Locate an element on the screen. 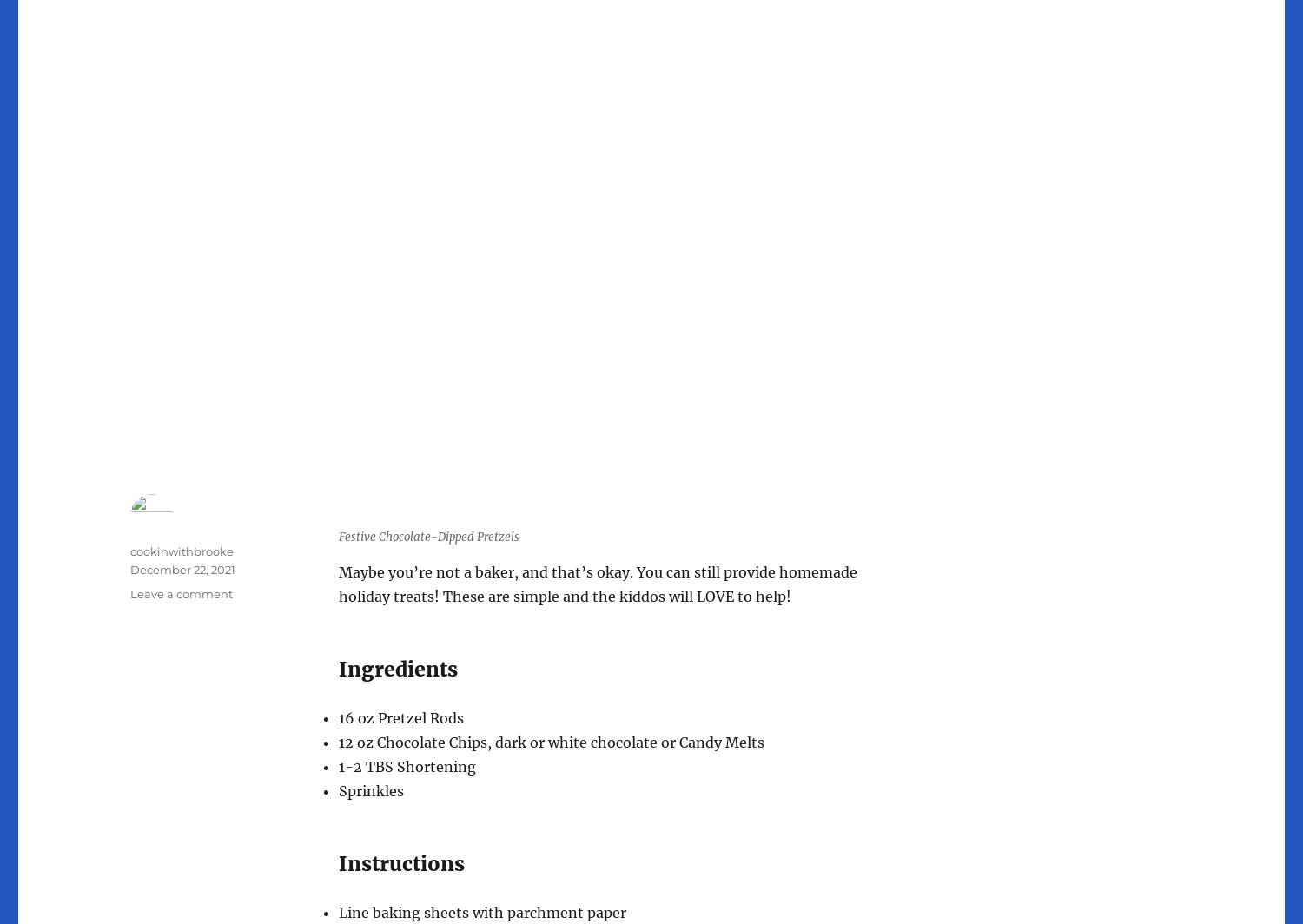  'cookinwithbrooke' is located at coordinates (181, 551).